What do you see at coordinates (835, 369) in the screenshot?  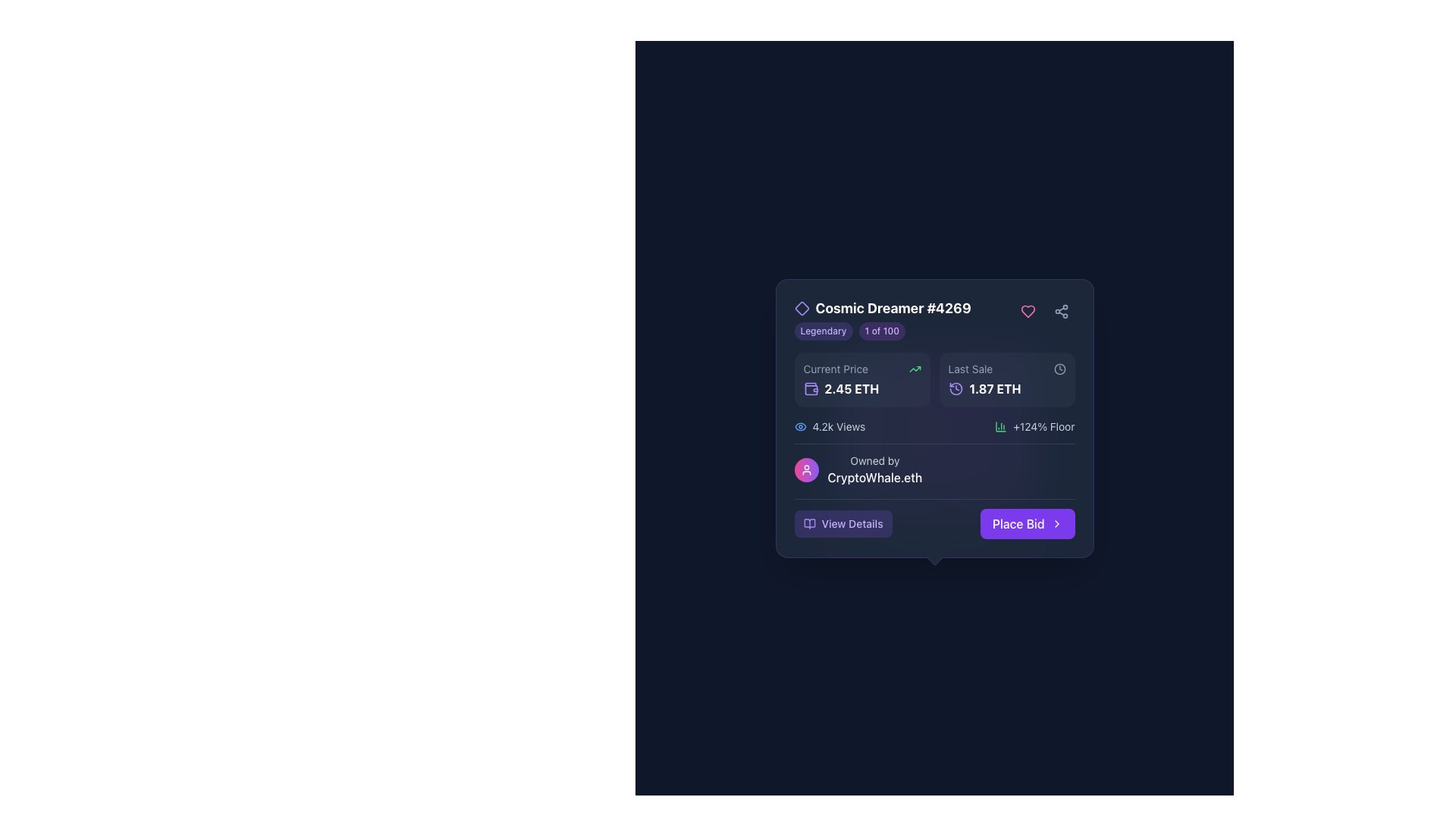 I see `text label that indicates the current price of an item or asset, positioned within a rectangular section of a UI widget, aligned on the left next to a graph icon` at bounding box center [835, 369].